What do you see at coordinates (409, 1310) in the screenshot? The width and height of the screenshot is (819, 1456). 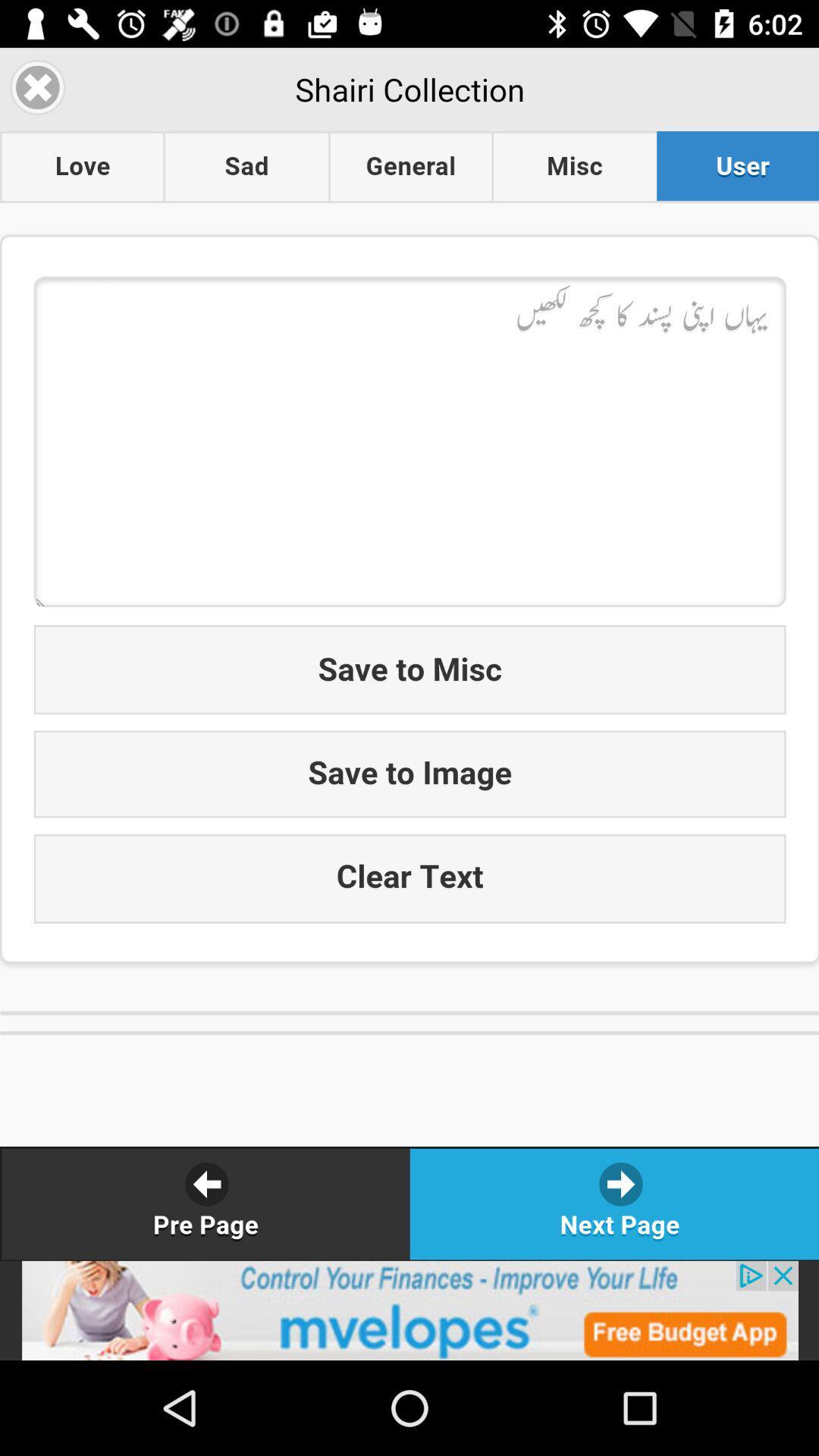 I see `advertisement option` at bounding box center [409, 1310].